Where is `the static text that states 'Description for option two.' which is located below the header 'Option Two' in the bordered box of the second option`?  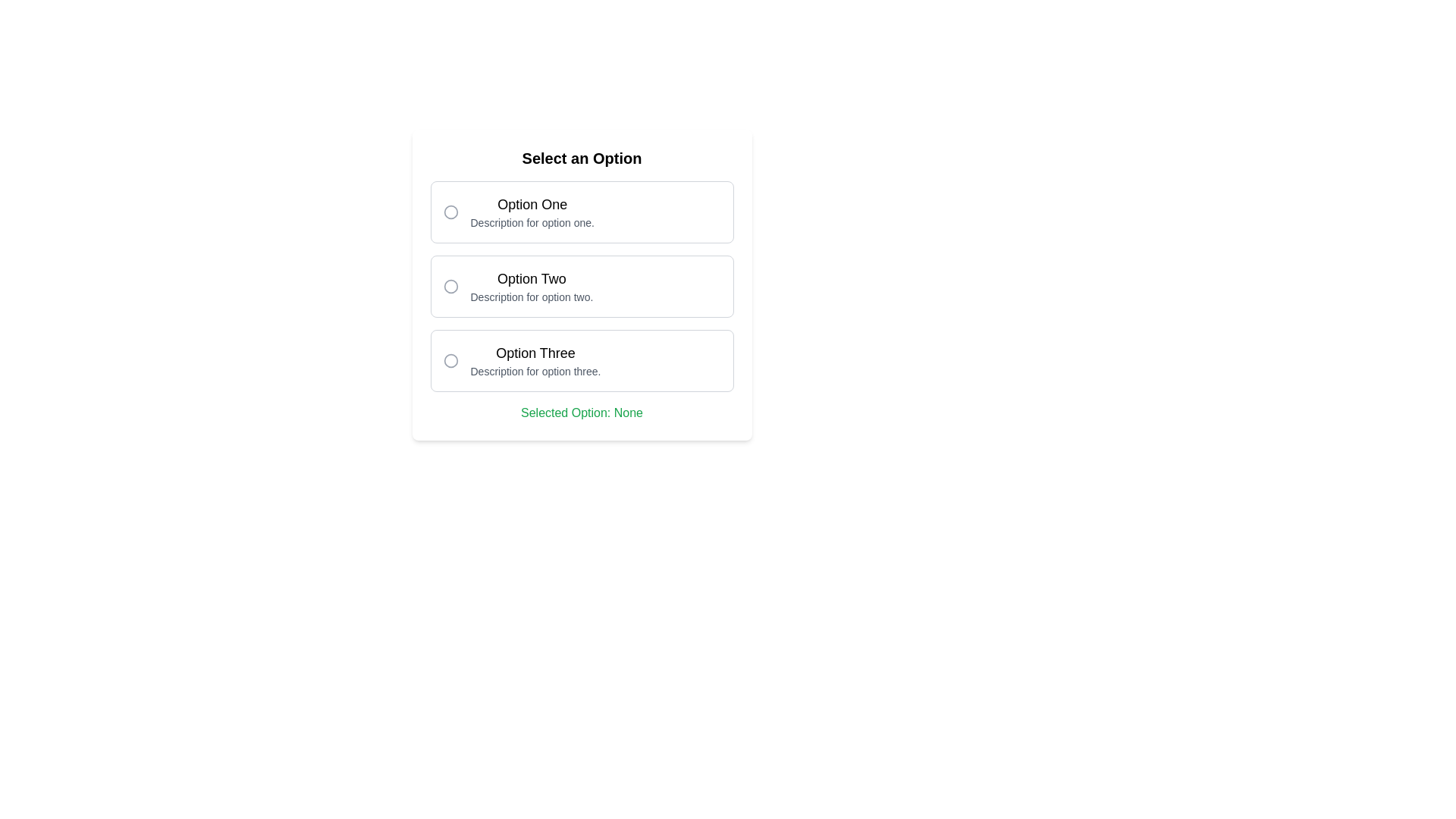 the static text that states 'Description for option two.' which is located below the header 'Option Two' in the bordered box of the second option is located at coordinates (532, 297).